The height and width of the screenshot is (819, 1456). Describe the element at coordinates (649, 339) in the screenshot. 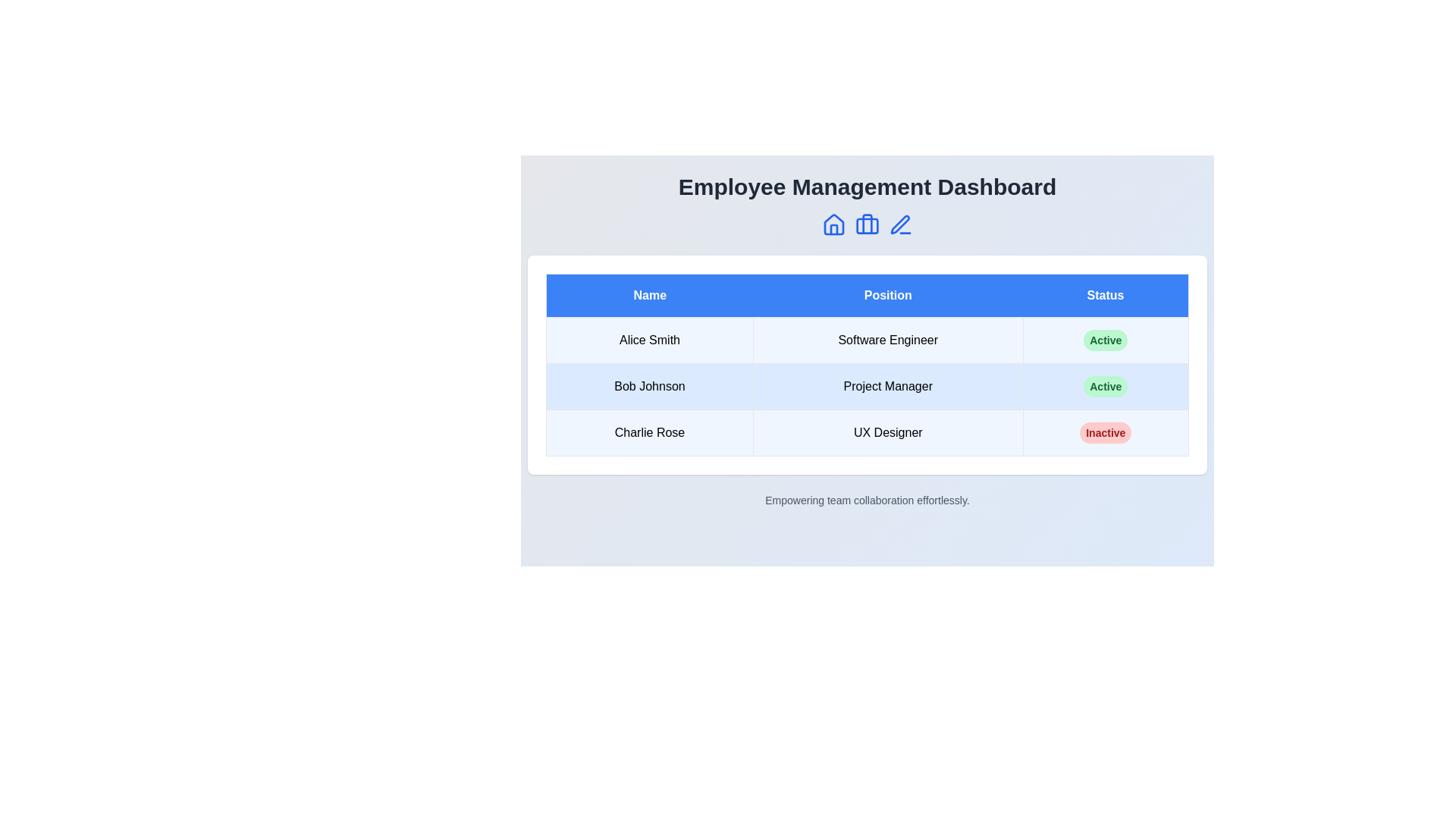

I see `the first Text label in the 'Name' column of the employee data table` at that location.